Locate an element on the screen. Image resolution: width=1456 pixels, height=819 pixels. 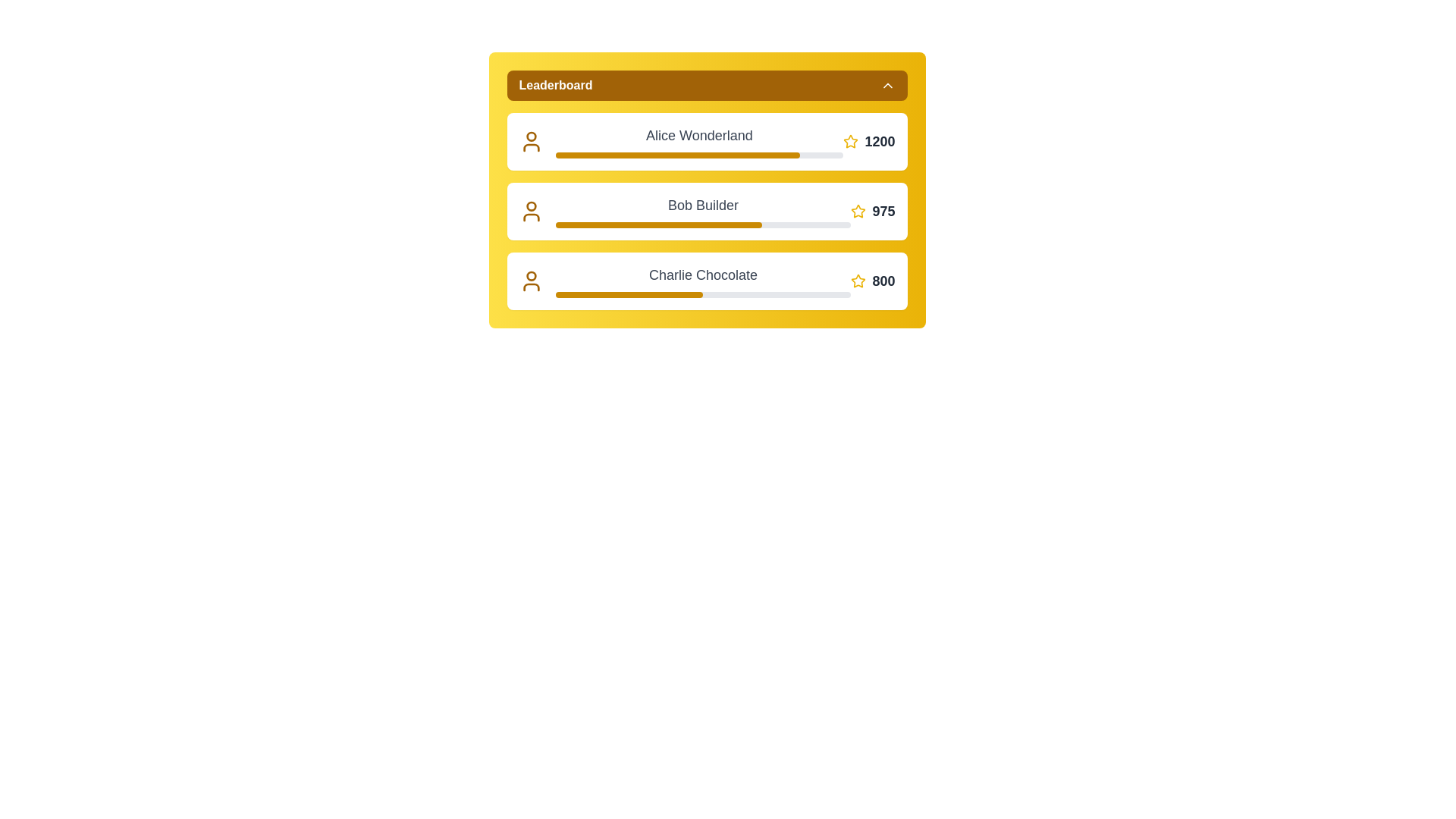
numerical value '975' which is styled in bold text and positioned to the right of a small yellow star icon, located in the leaderboard entry for 'Bob Builder' is located at coordinates (873, 211).